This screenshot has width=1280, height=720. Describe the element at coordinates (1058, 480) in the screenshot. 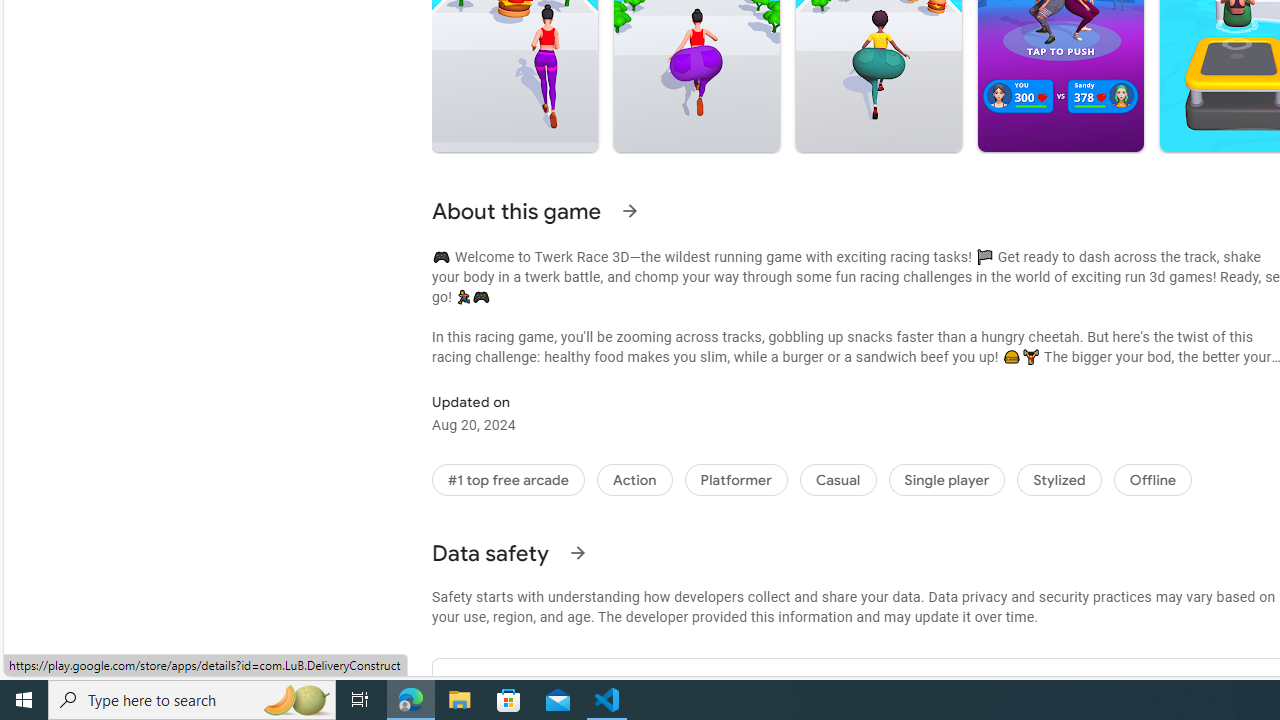

I see `'Stylized'` at that location.